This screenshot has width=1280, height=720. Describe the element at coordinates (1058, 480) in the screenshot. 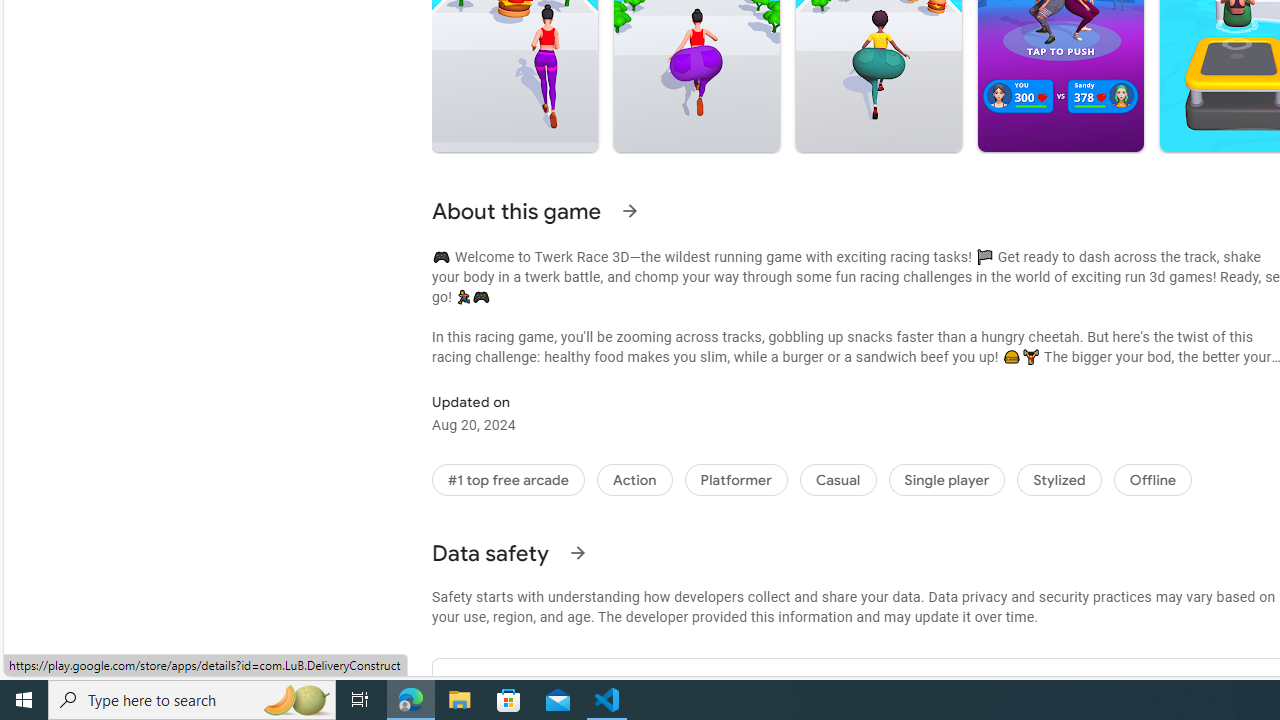

I see `'Stylized'` at that location.